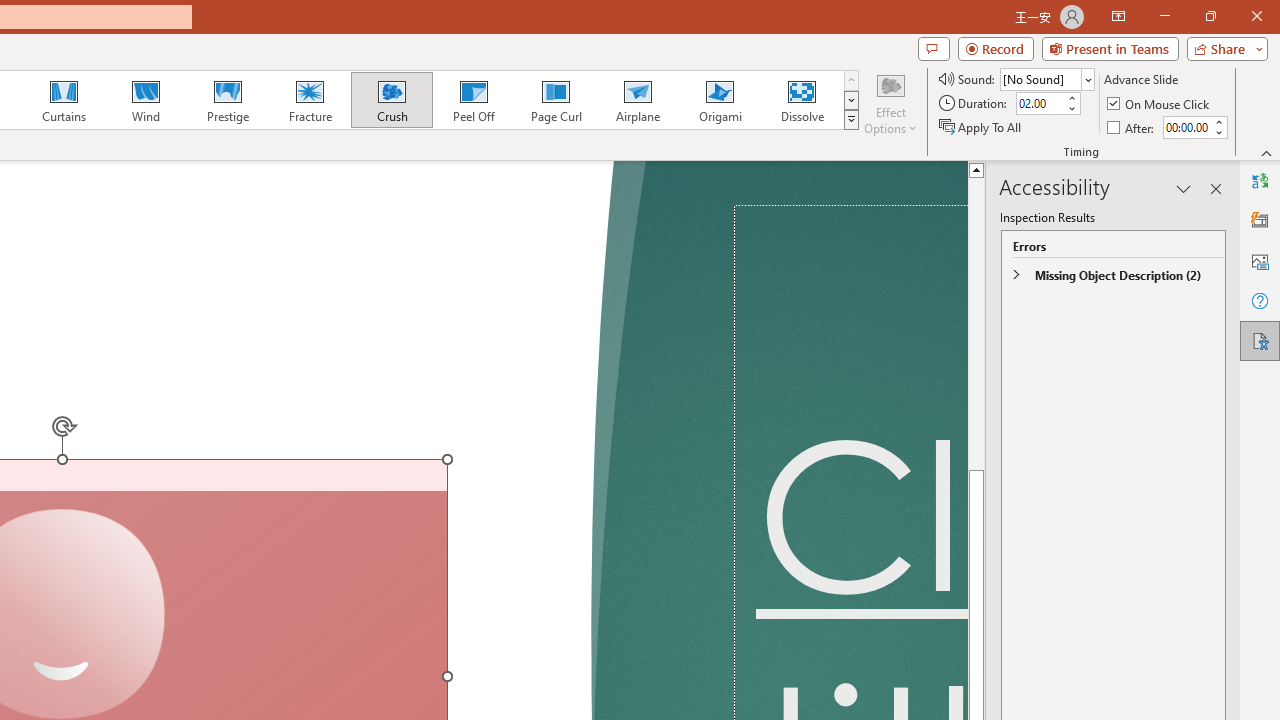  I want to click on 'Duration', so click(1040, 103).